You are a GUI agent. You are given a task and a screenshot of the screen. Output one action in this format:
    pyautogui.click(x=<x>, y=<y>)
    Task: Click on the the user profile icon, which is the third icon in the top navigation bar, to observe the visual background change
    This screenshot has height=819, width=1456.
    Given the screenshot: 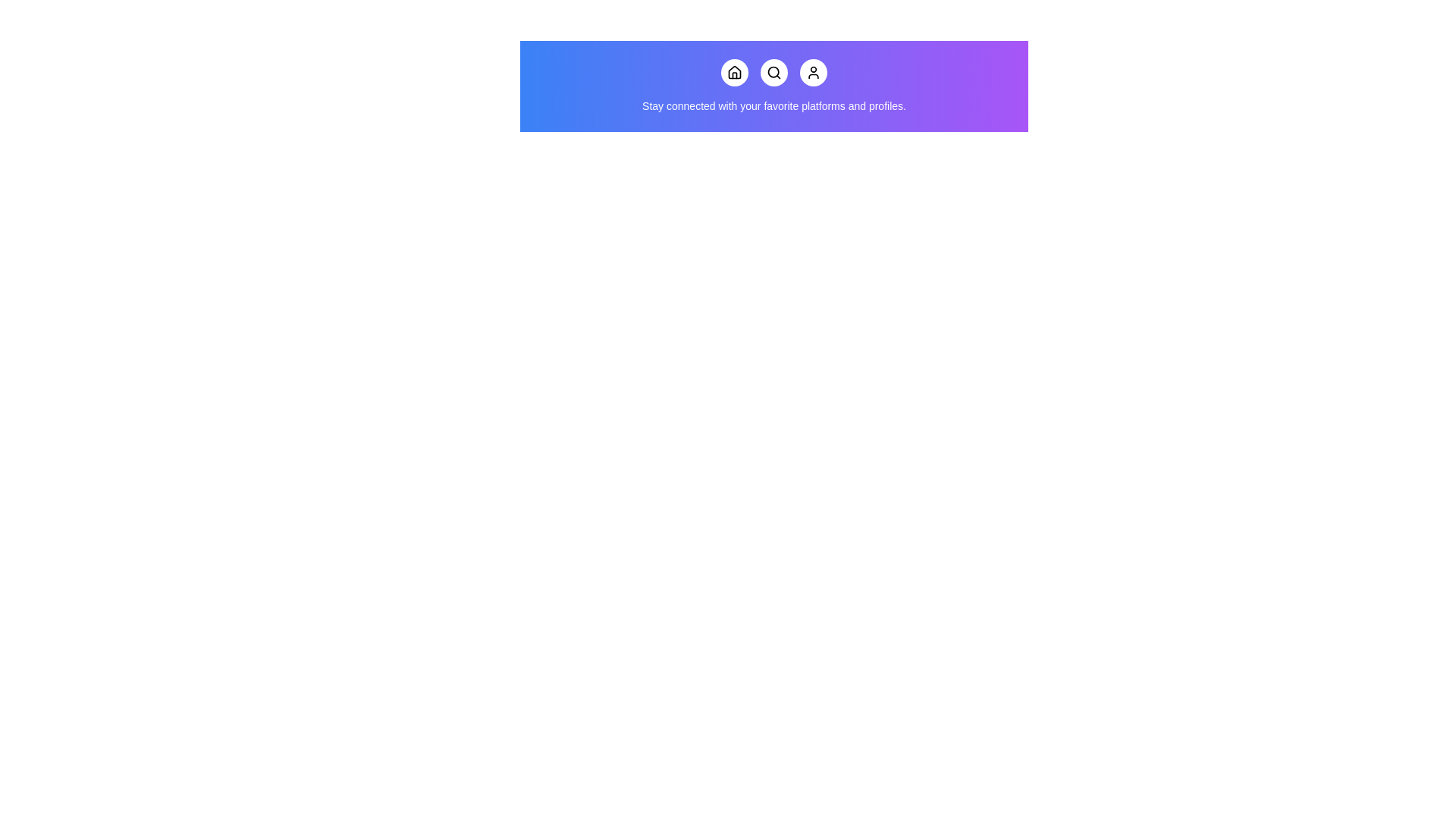 What is the action you would take?
    pyautogui.click(x=813, y=73)
    